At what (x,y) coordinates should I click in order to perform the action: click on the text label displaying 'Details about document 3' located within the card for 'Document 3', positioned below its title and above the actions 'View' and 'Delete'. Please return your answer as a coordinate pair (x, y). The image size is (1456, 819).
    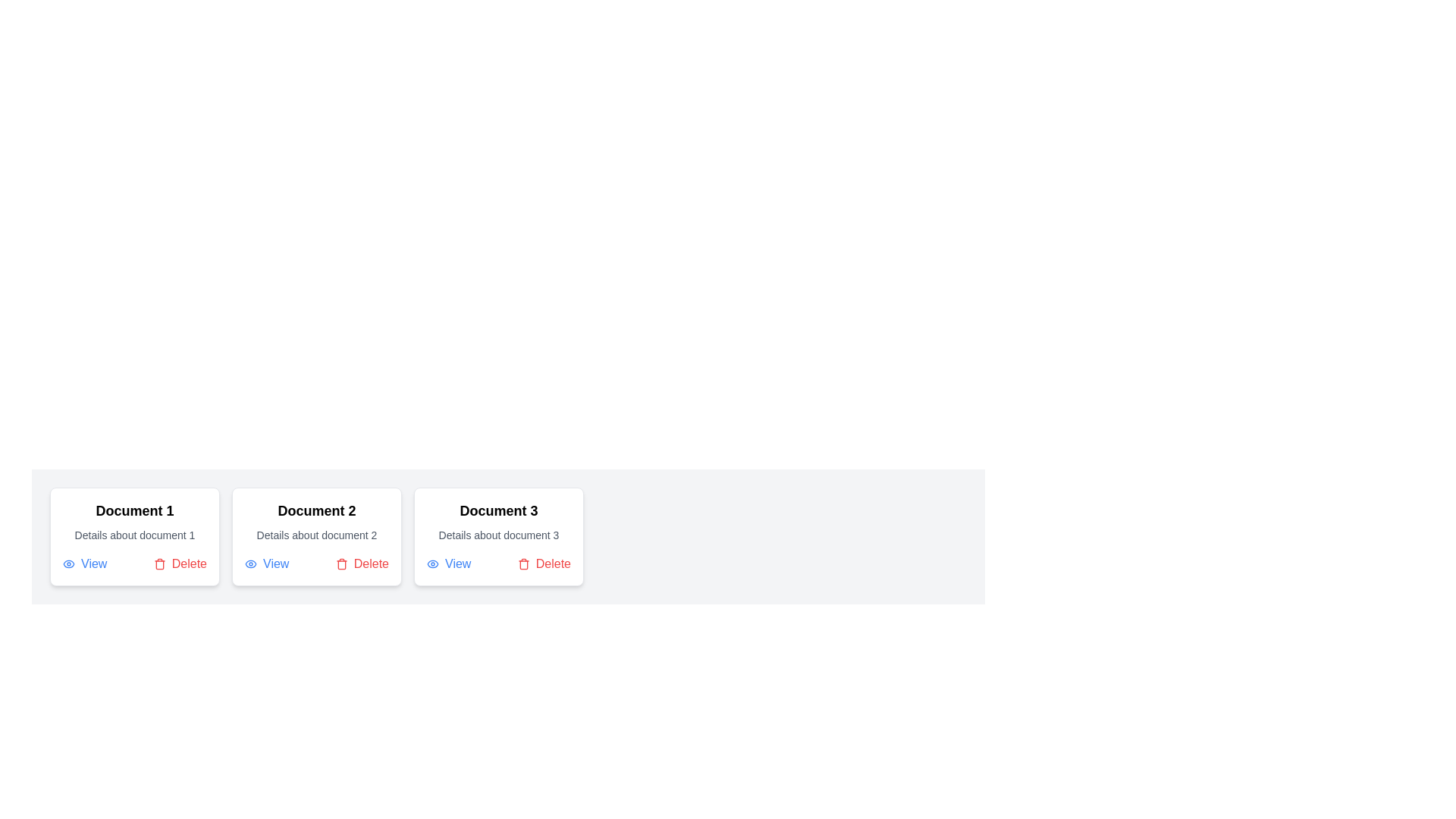
    Looking at the image, I should click on (498, 534).